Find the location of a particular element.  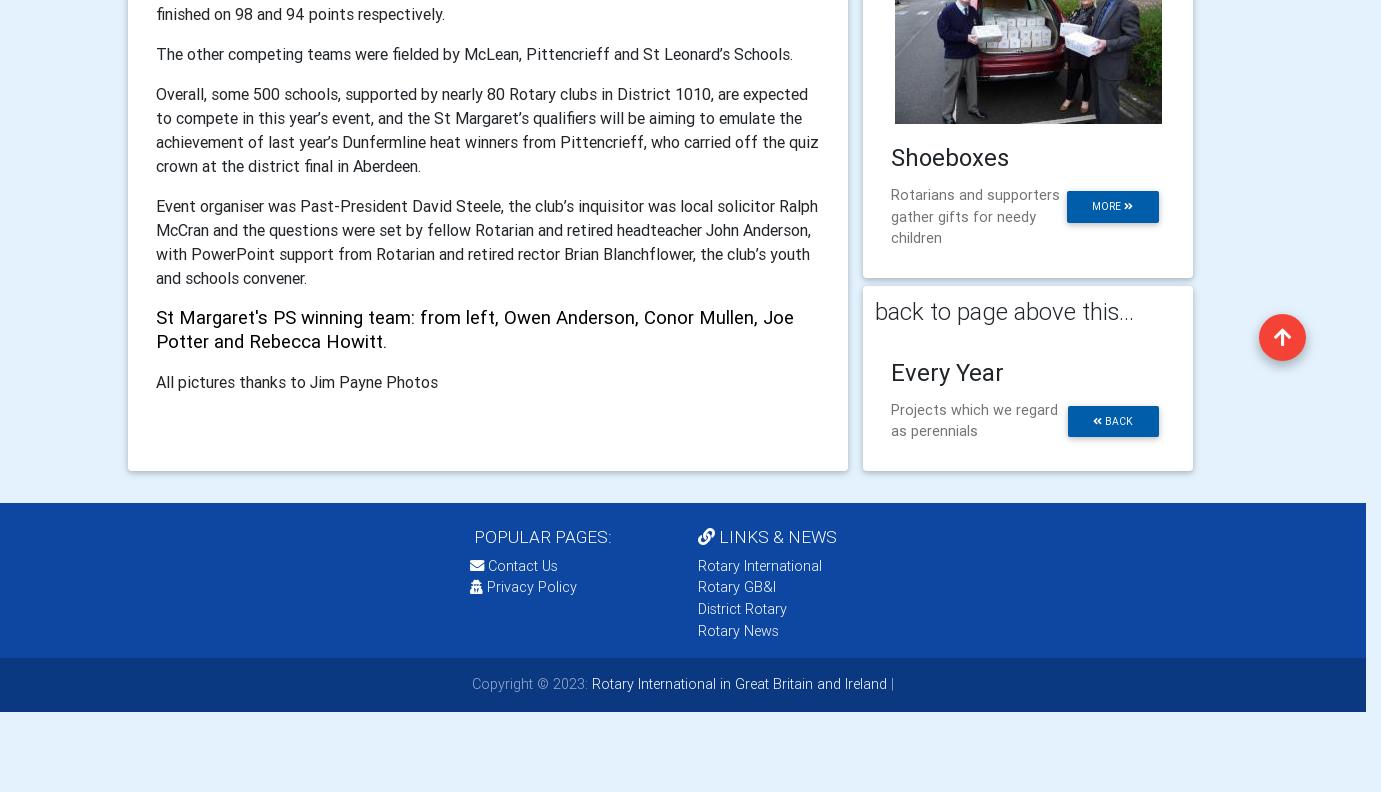

'Copyright © 2023:' is located at coordinates (529, 683).